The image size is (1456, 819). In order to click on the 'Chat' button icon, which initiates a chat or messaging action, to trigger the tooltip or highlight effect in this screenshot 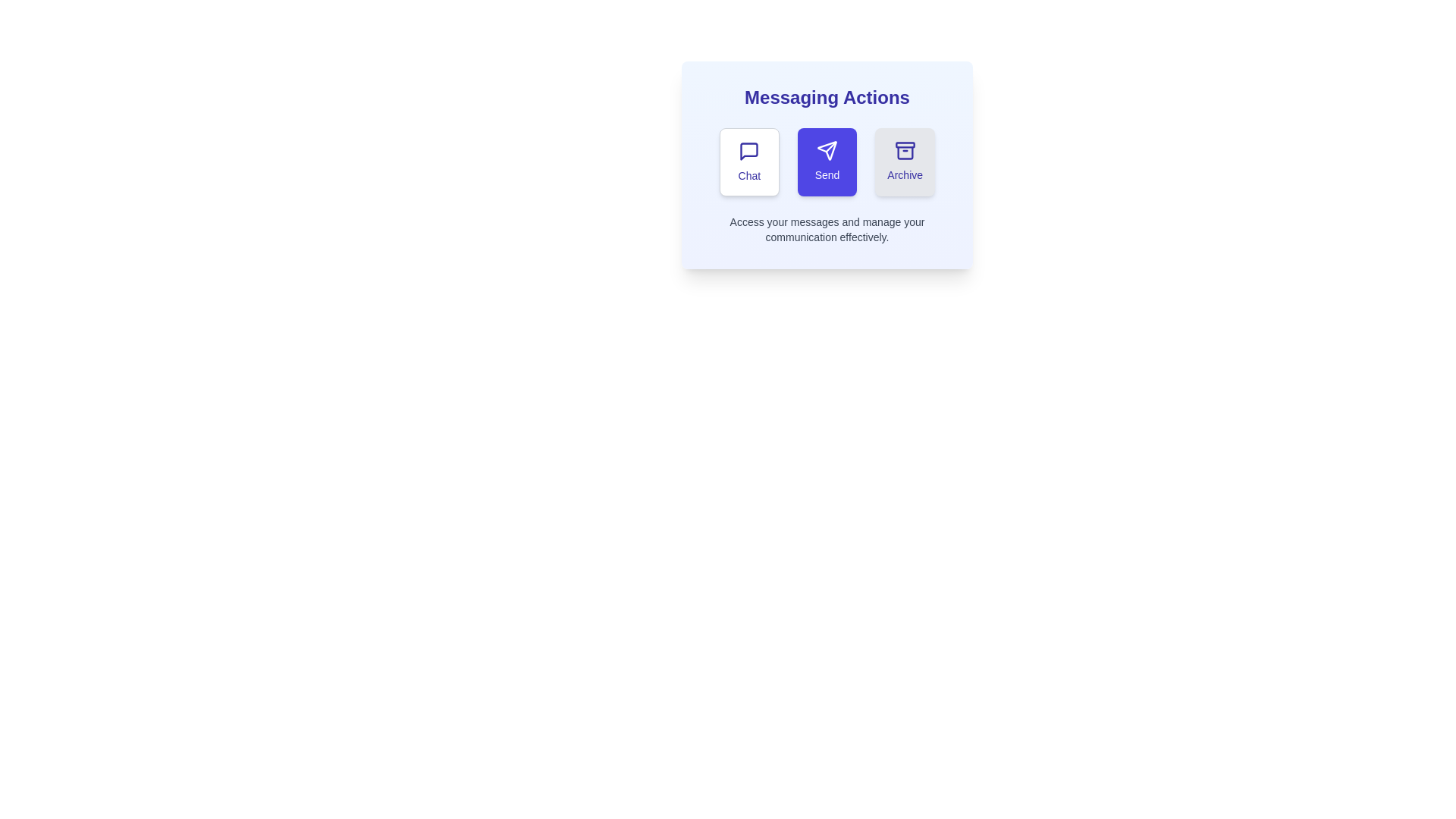, I will do `click(749, 152)`.